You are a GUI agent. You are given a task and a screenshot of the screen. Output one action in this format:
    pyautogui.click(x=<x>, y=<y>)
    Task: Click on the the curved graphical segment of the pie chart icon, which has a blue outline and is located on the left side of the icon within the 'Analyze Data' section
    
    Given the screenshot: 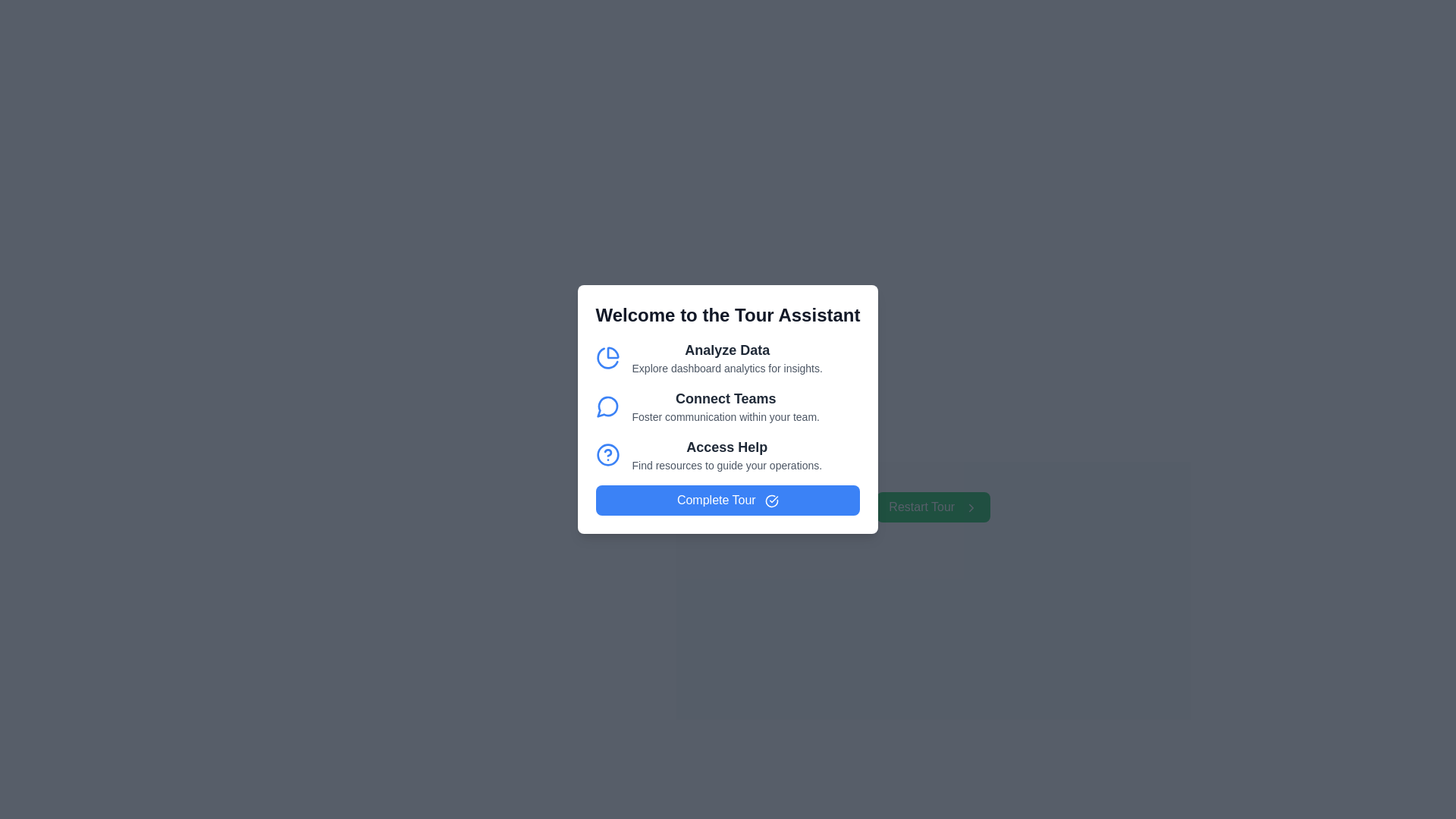 What is the action you would take?
    pyautogui.click(x=607, y=358)
    